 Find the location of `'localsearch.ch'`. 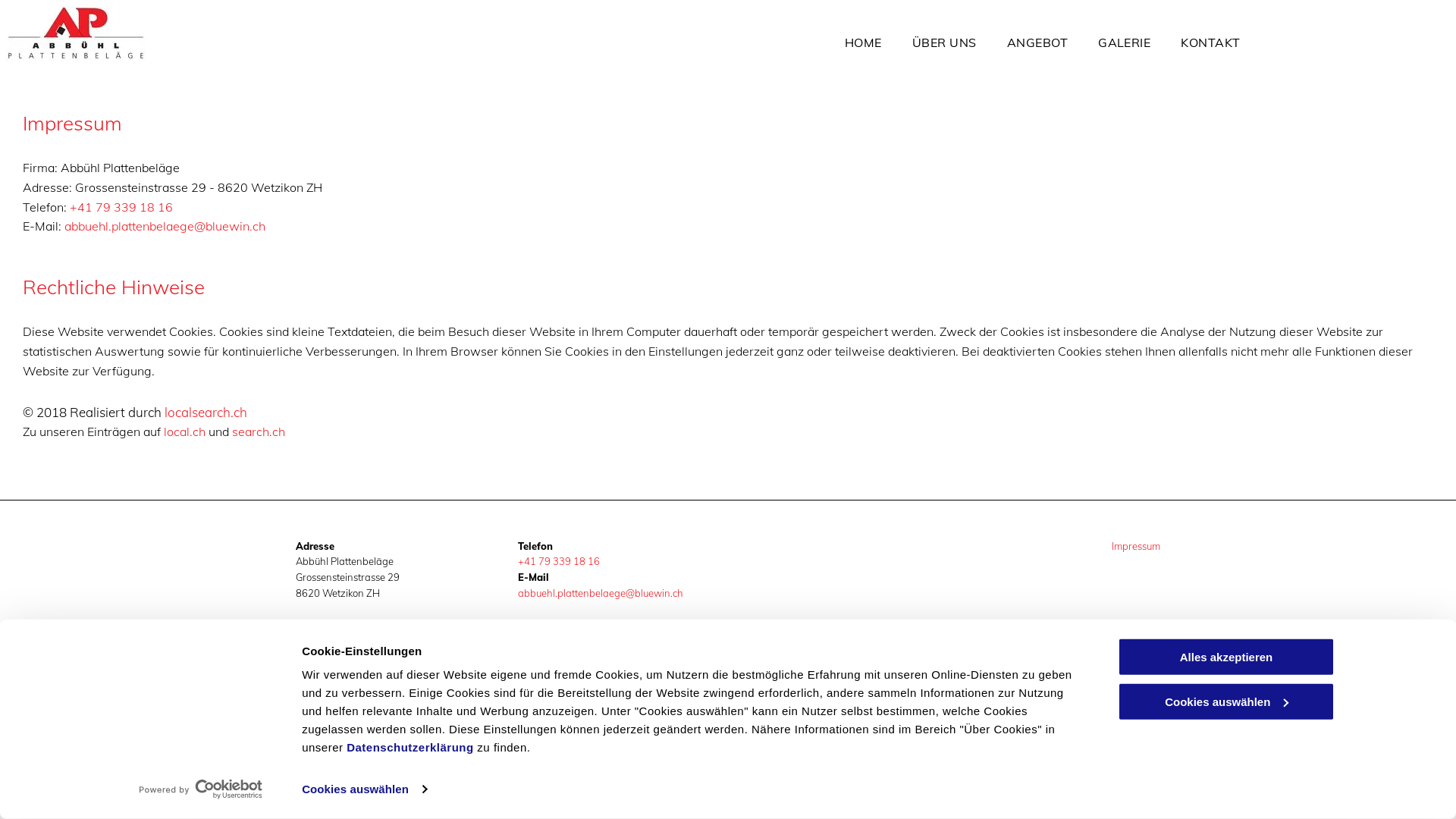

'localsearch.ch' is located at coordinates (205, 412).